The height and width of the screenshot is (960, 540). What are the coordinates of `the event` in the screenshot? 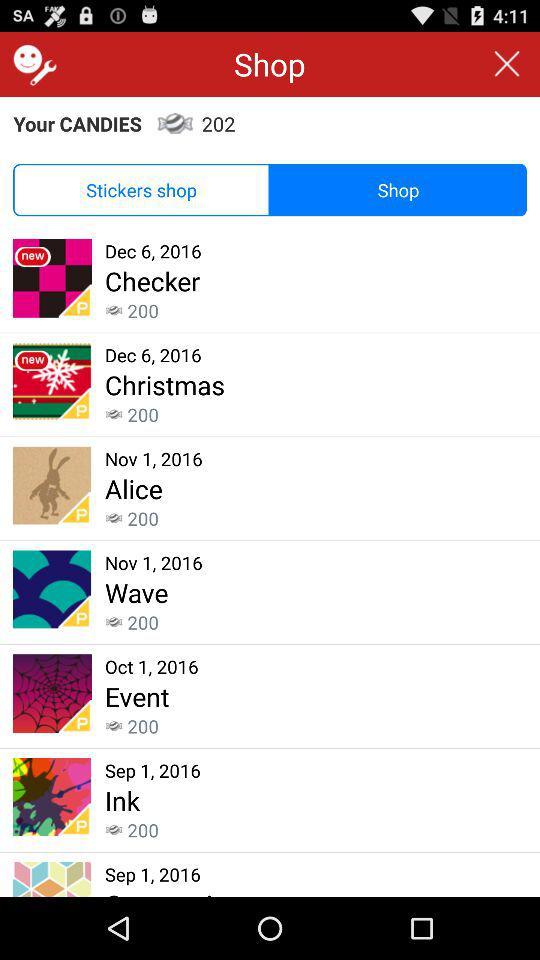 It's located at (136, 696).